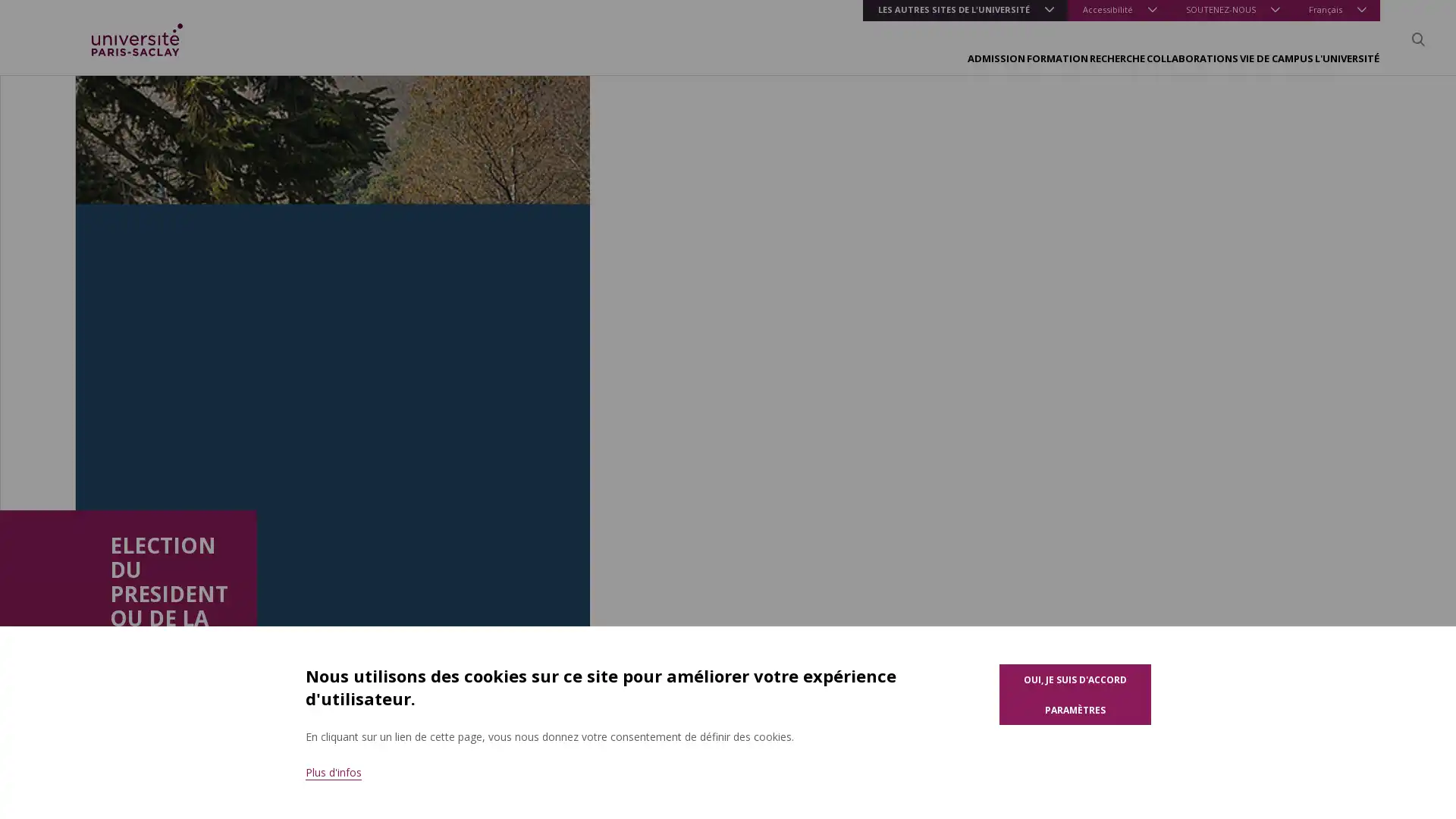 The width and height of the screenshot is (1456, 819). Describe the element at coordinates (1073, 720) in the screenshot. I see `Parametres des cookies` at that location.